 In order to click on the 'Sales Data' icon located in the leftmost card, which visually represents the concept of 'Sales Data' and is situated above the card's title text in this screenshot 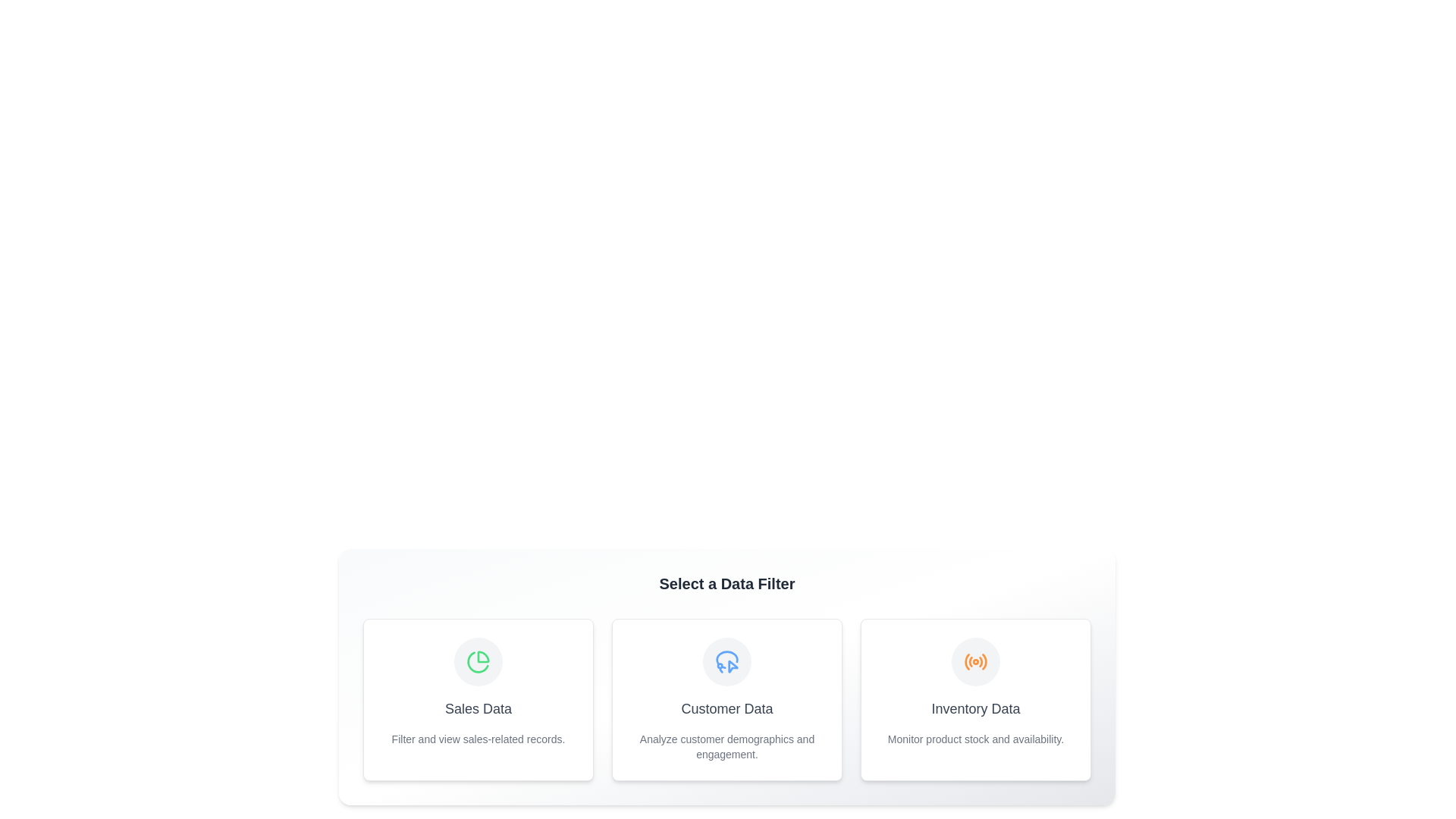, I will do `click(477, 661)`.